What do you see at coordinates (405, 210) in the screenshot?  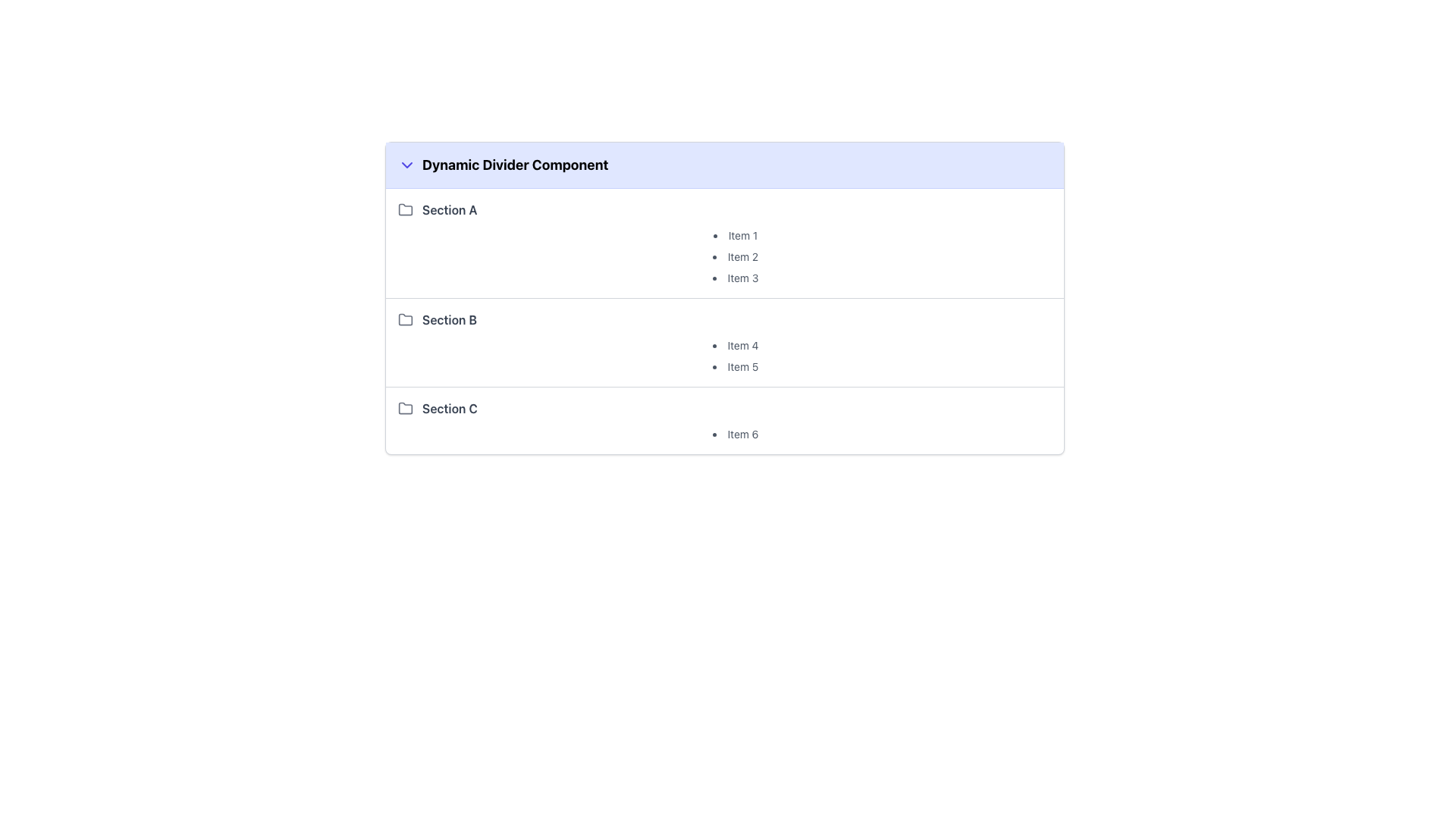 I see `the folder icon located to the left of the text 'Section A', which is depicted with a gray hue and an outlined design` at bounding box center [405, 210].